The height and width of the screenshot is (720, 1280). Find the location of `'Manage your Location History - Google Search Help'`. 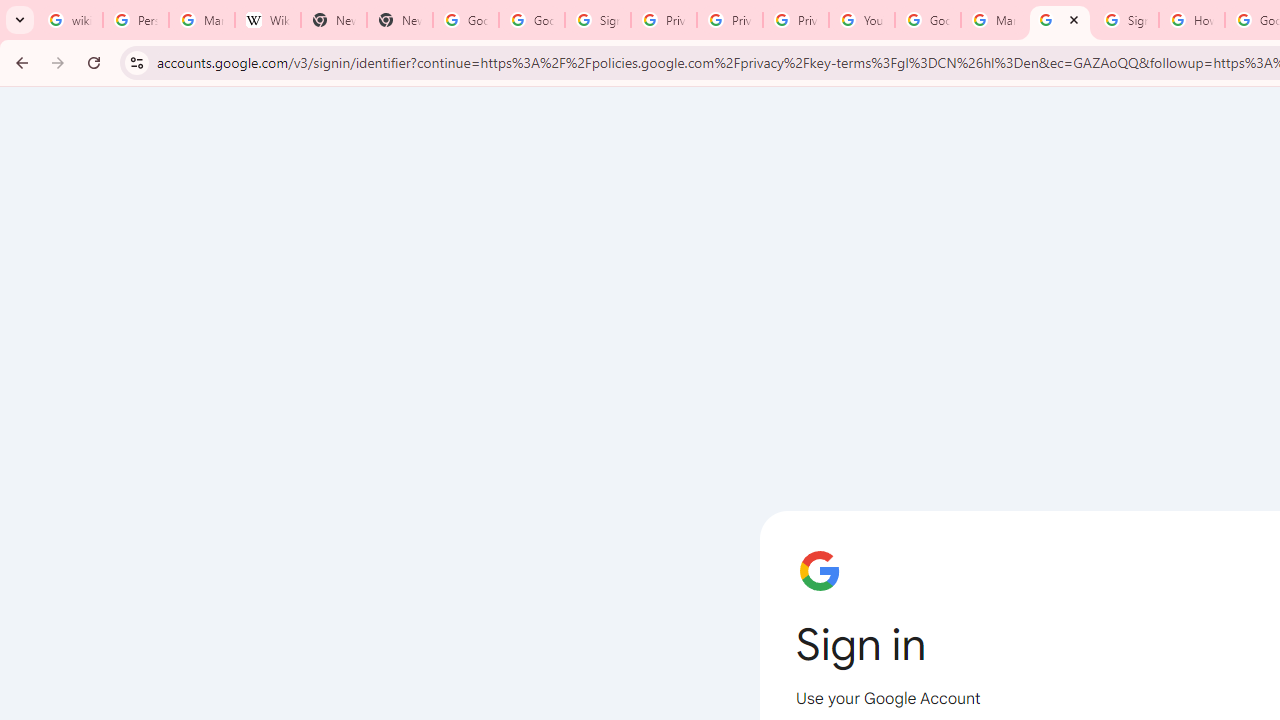

'Manage your Location History - Google Search Help' is located at coordinates (202, 20).